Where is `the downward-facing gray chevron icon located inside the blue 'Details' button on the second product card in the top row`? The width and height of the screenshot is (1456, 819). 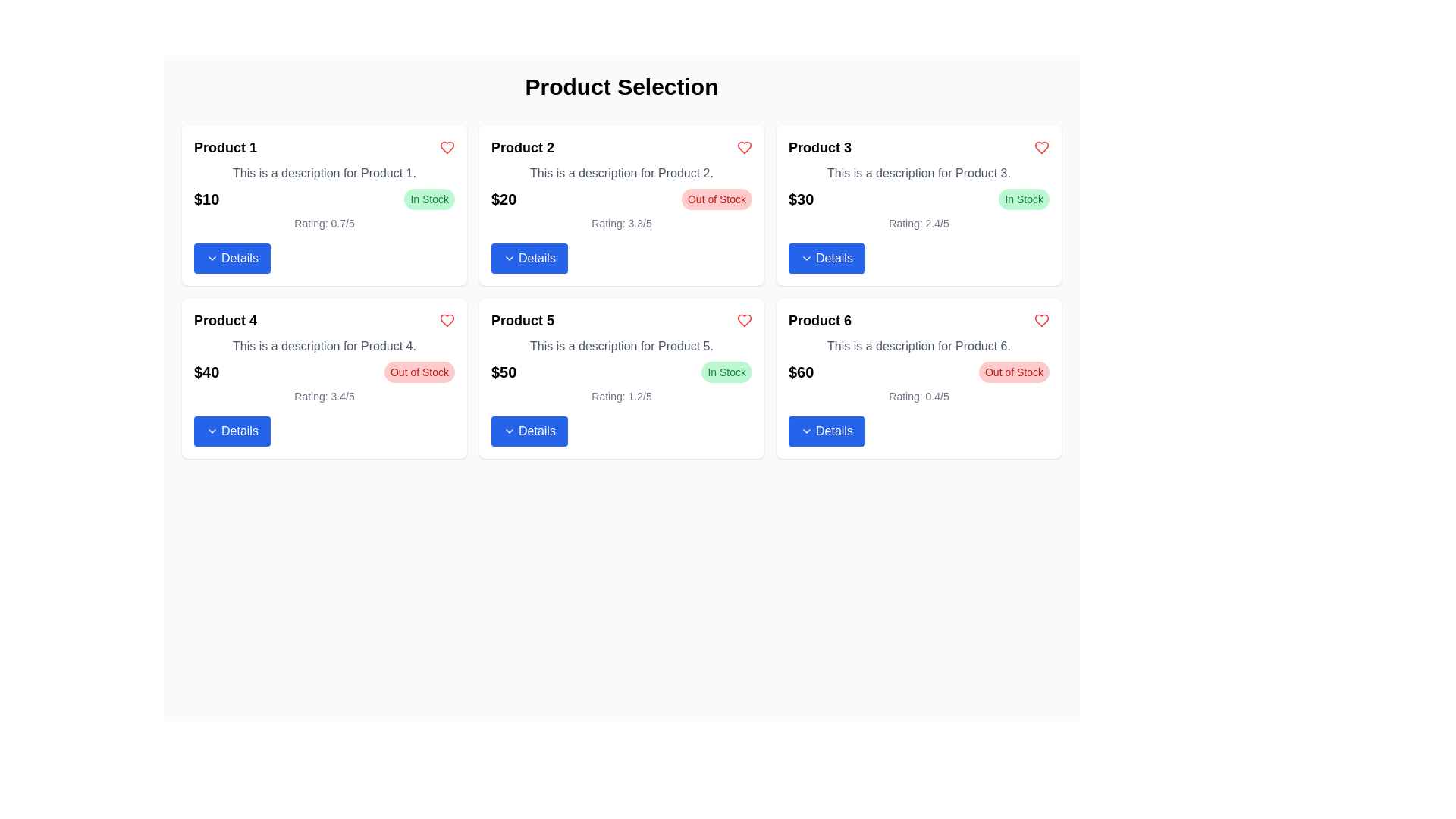 the downward-facing gray chevron icon located inside the blue 'Details' button on the second product card in the top row is located at coordinates (510, 257).